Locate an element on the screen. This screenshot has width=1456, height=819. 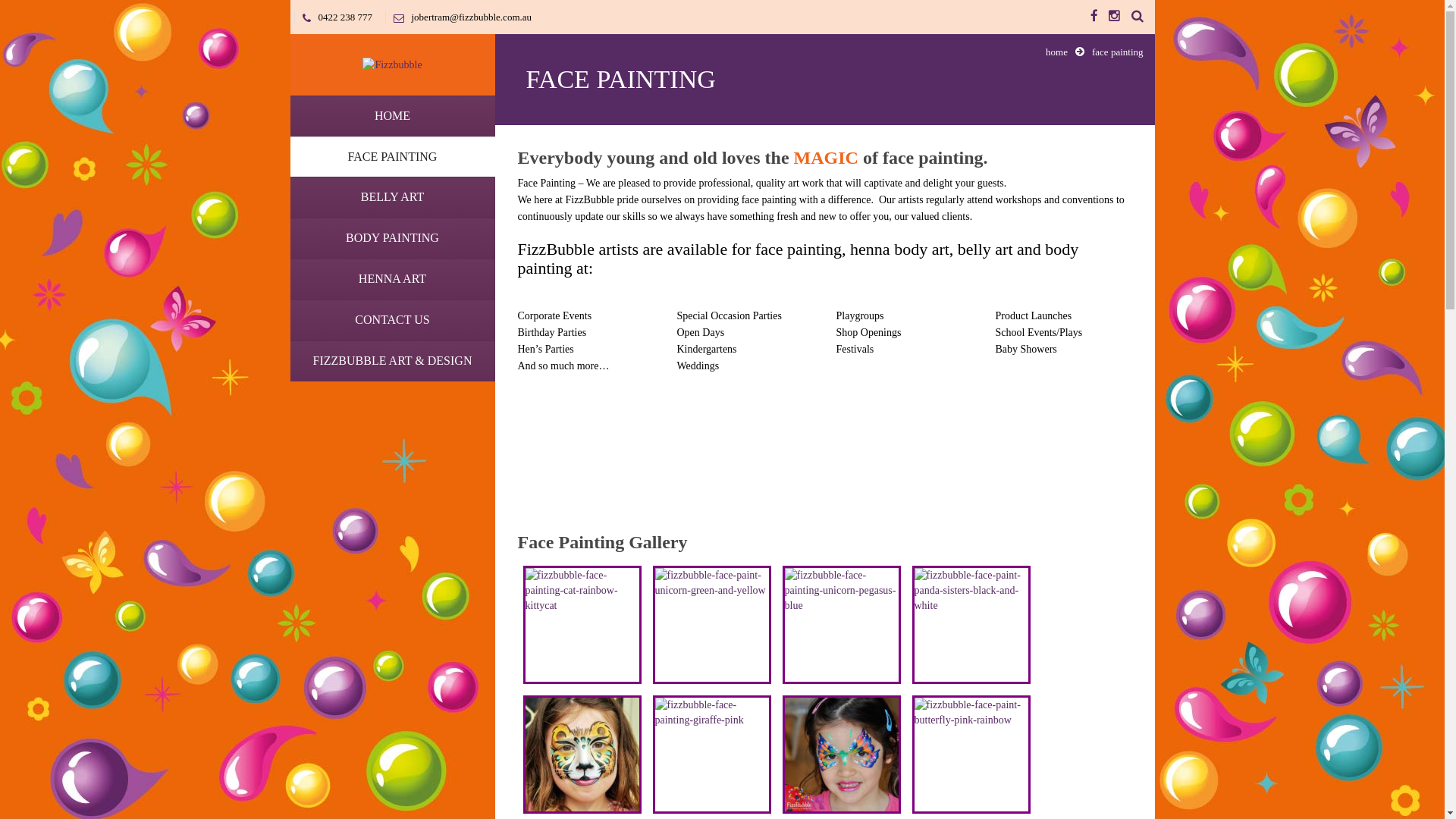
'home' is located at coordinates (1056, 51).